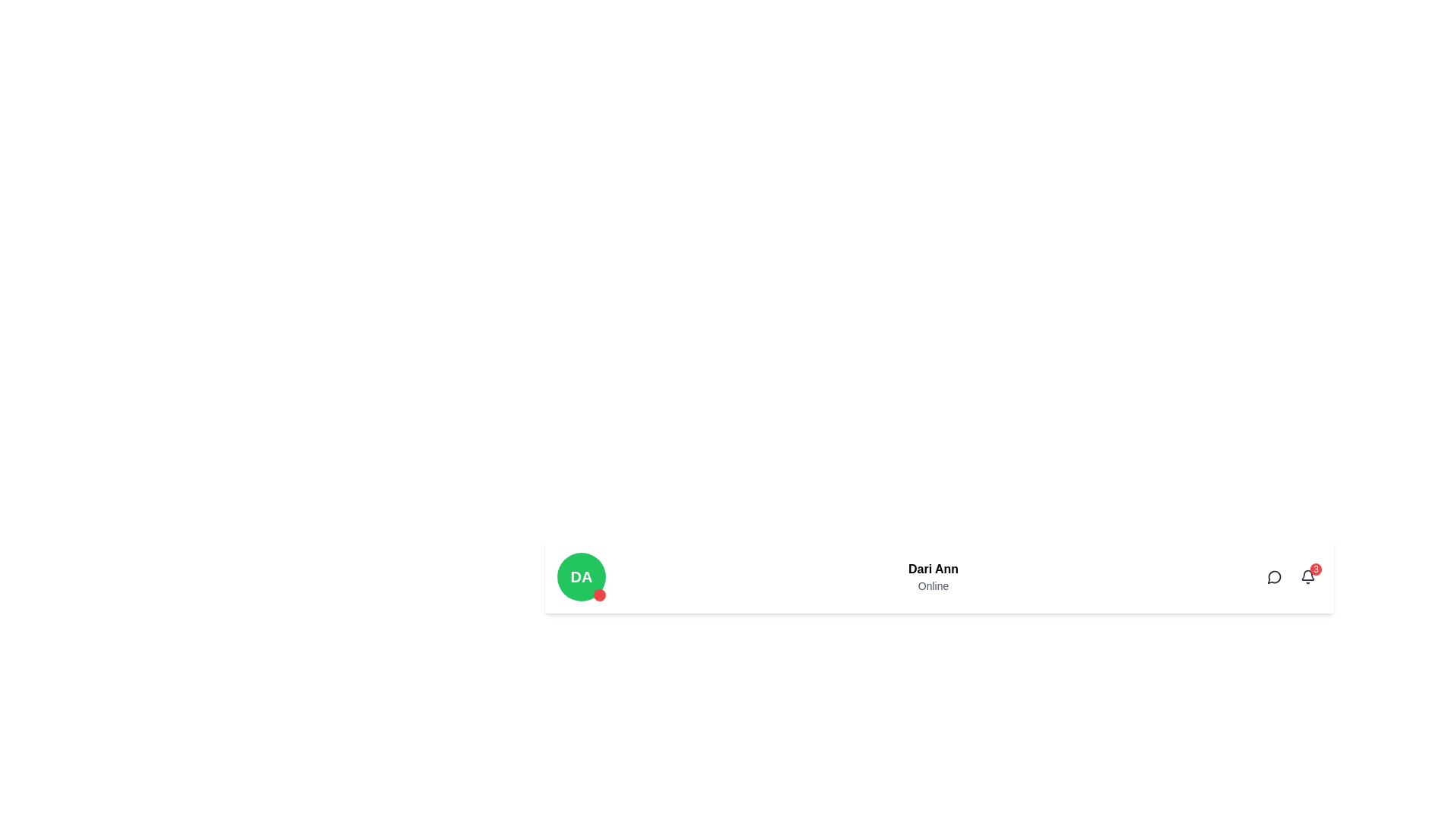  What do you see at coordinates (1315, 570) in the screenshot?
I see `the Notification Badge located at the top-right corner of the navigation bar, which indicates the number of notifications associated with the bell icon` at bounding box center [1315, 570].